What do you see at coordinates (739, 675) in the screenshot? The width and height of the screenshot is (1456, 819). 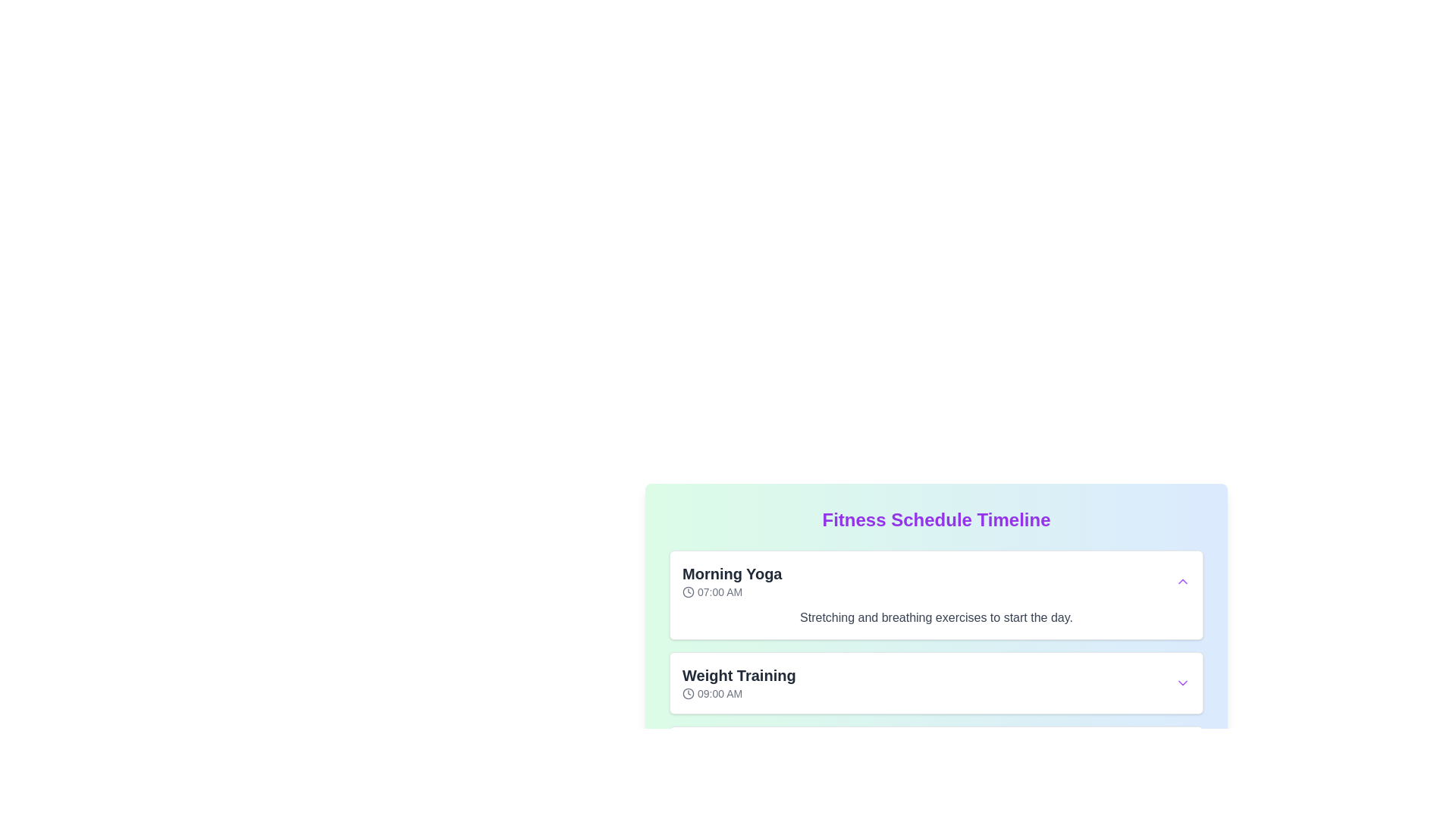 I see `the 'Weight Training' text label, which serves as the title for the corresponding schedule entry in the fitness schedule timeline` at bounding box center [739, 675].